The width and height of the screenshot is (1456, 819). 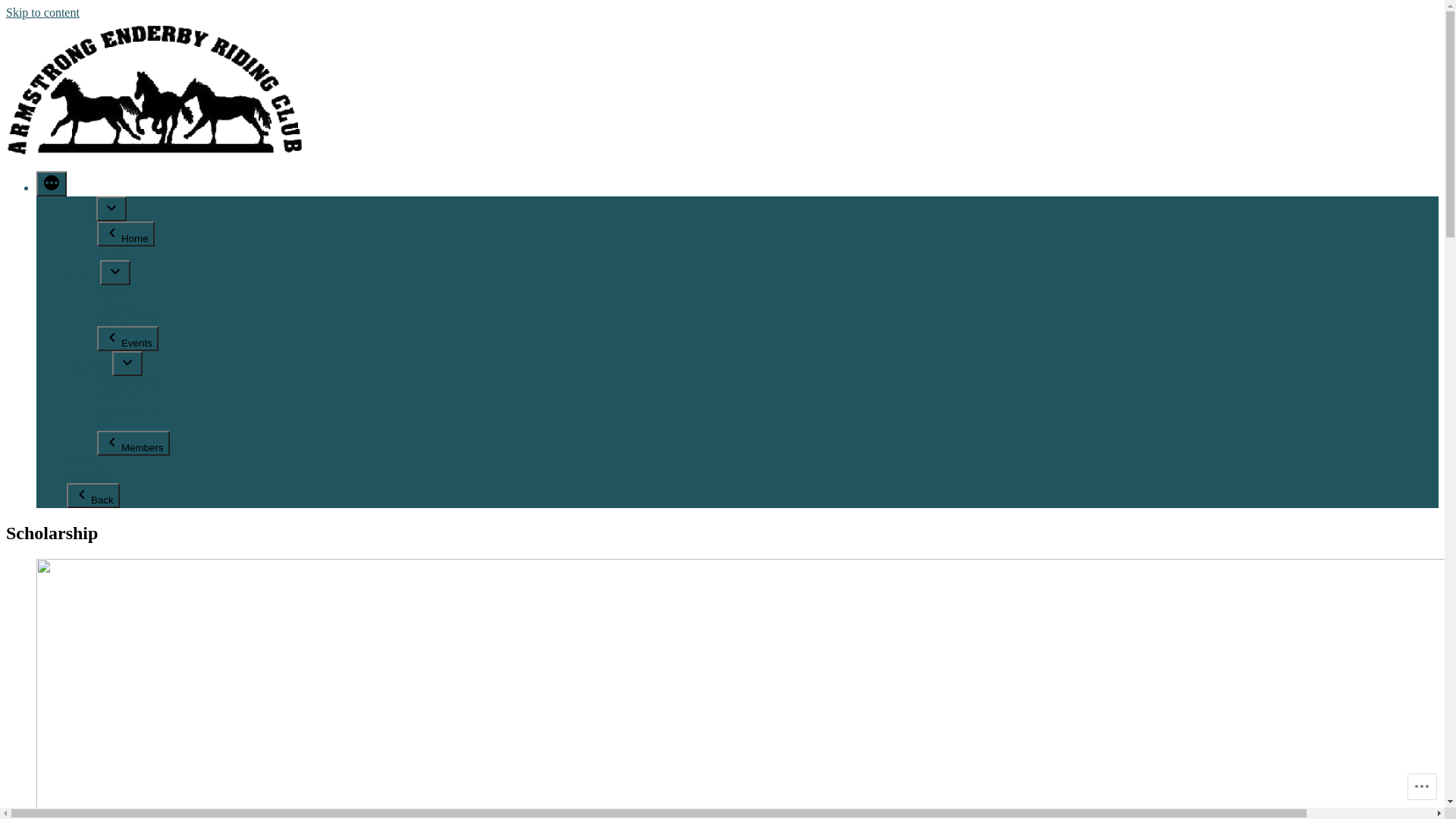 What do you see at coordinates (65, 475) in the screenshot?
I see `'Contacts'` at bounding box center [65, 475].